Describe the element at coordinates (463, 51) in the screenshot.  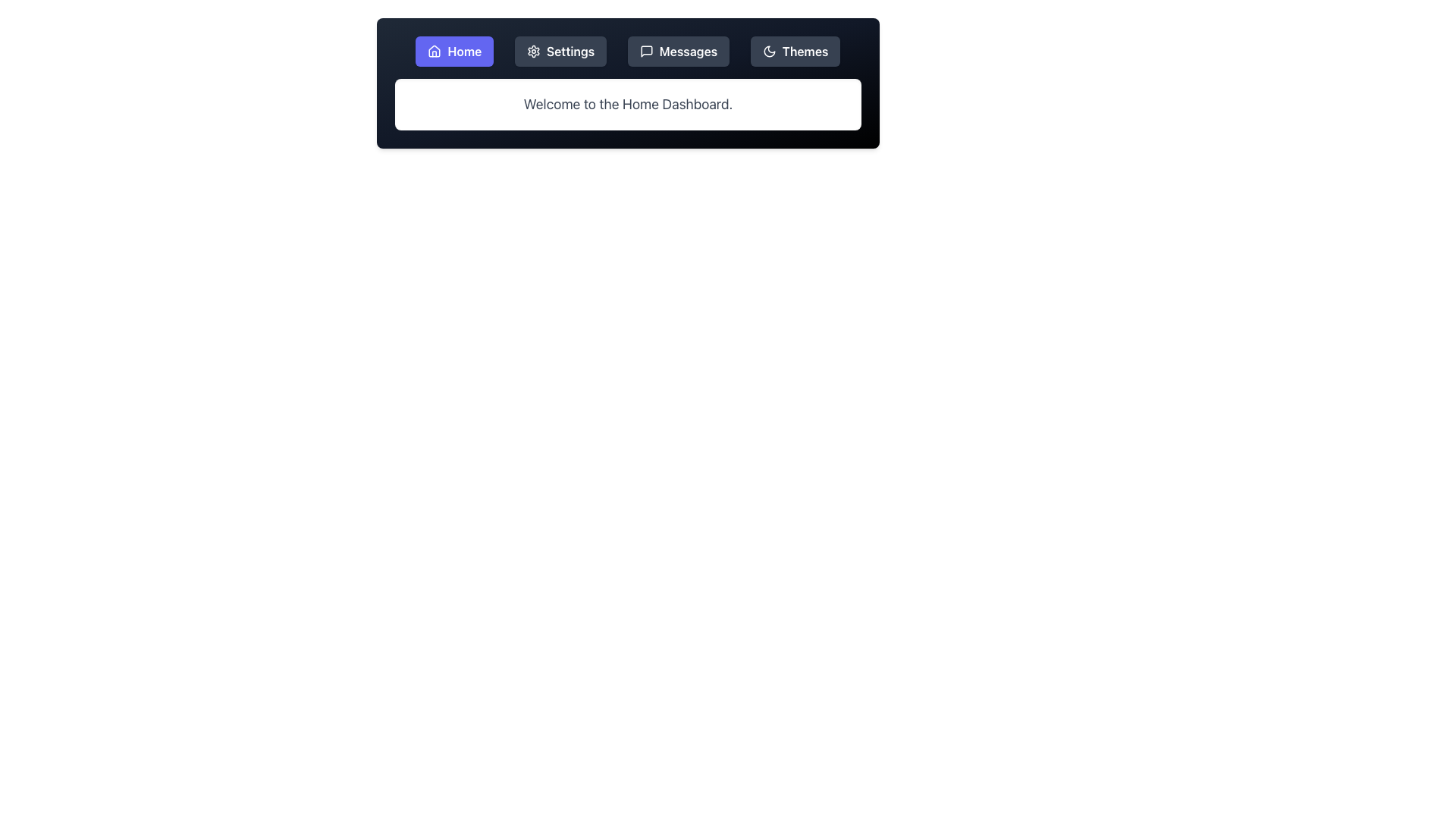
I see `the 'Home' text label in the navigation bar` at that location.